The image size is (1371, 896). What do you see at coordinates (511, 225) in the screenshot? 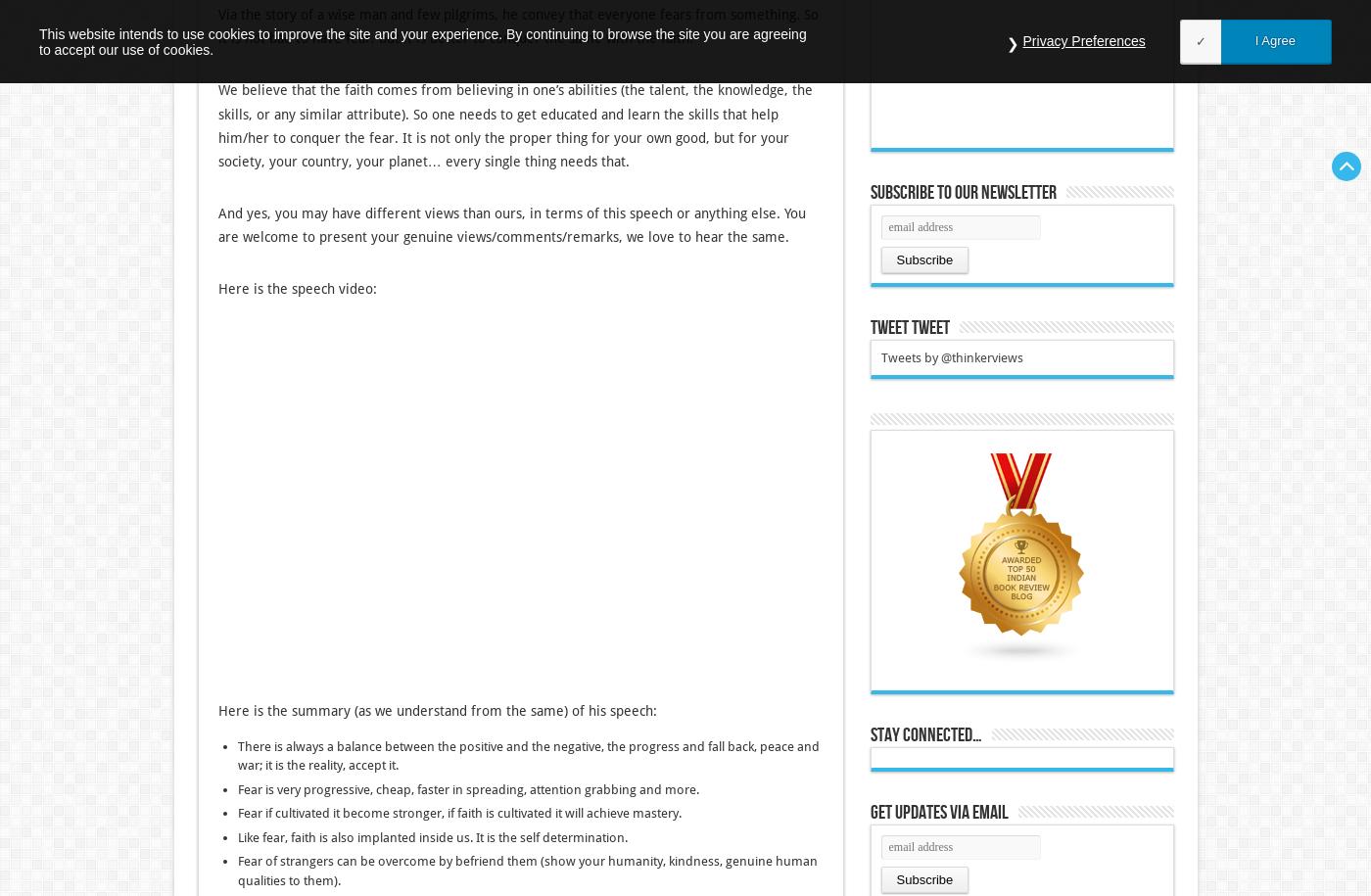
I see `'And yes, you may have different views than ours, in terms of this speech or anything else. You are welcome to present your genuine views/comments/remarks, we love to hear the same.'` at bounding box center [511, 225].